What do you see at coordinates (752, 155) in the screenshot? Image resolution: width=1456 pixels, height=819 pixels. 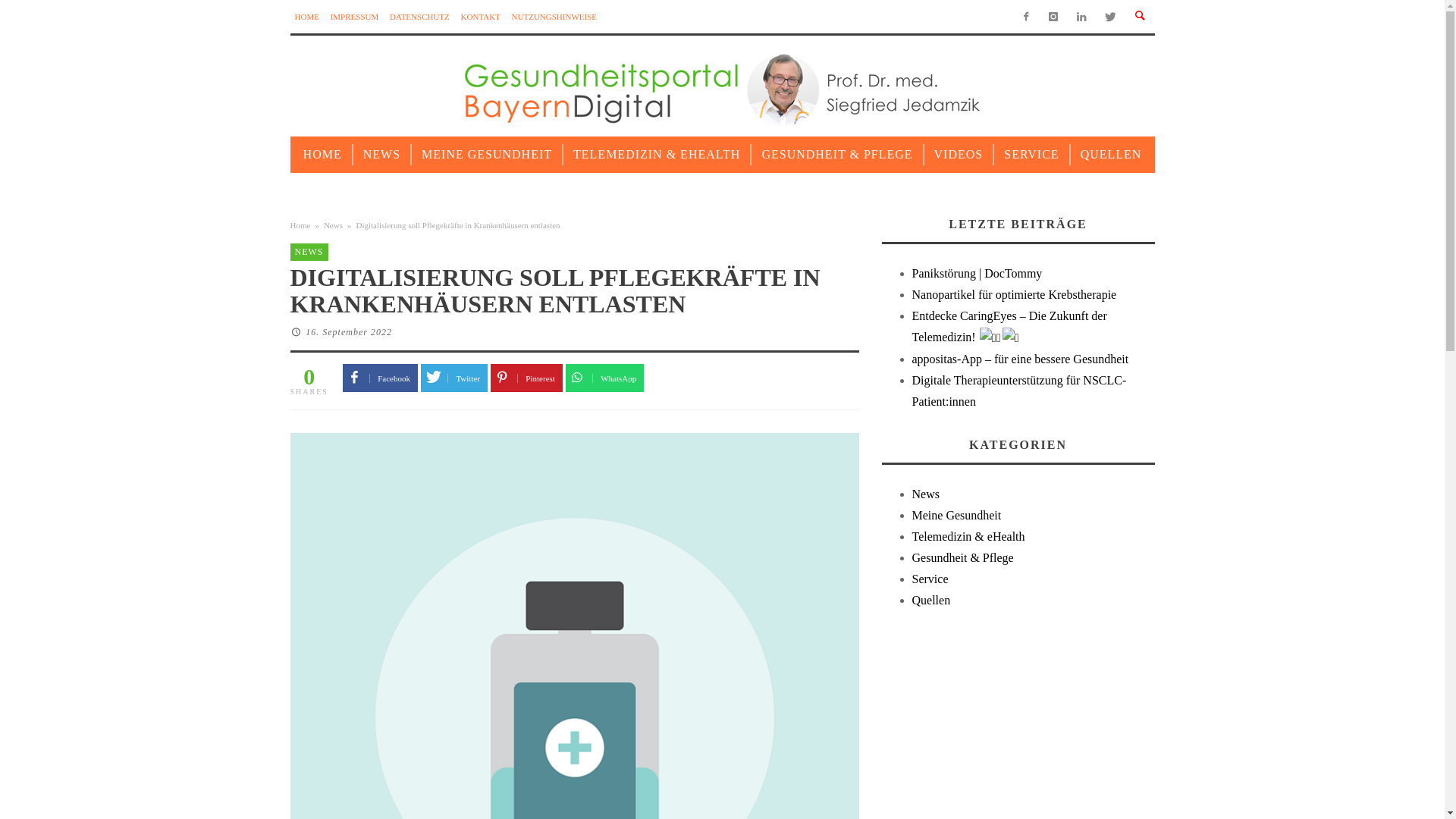 I see `'GESUNDHEIT & PFLEGE'` at bounding box center [752, 155].